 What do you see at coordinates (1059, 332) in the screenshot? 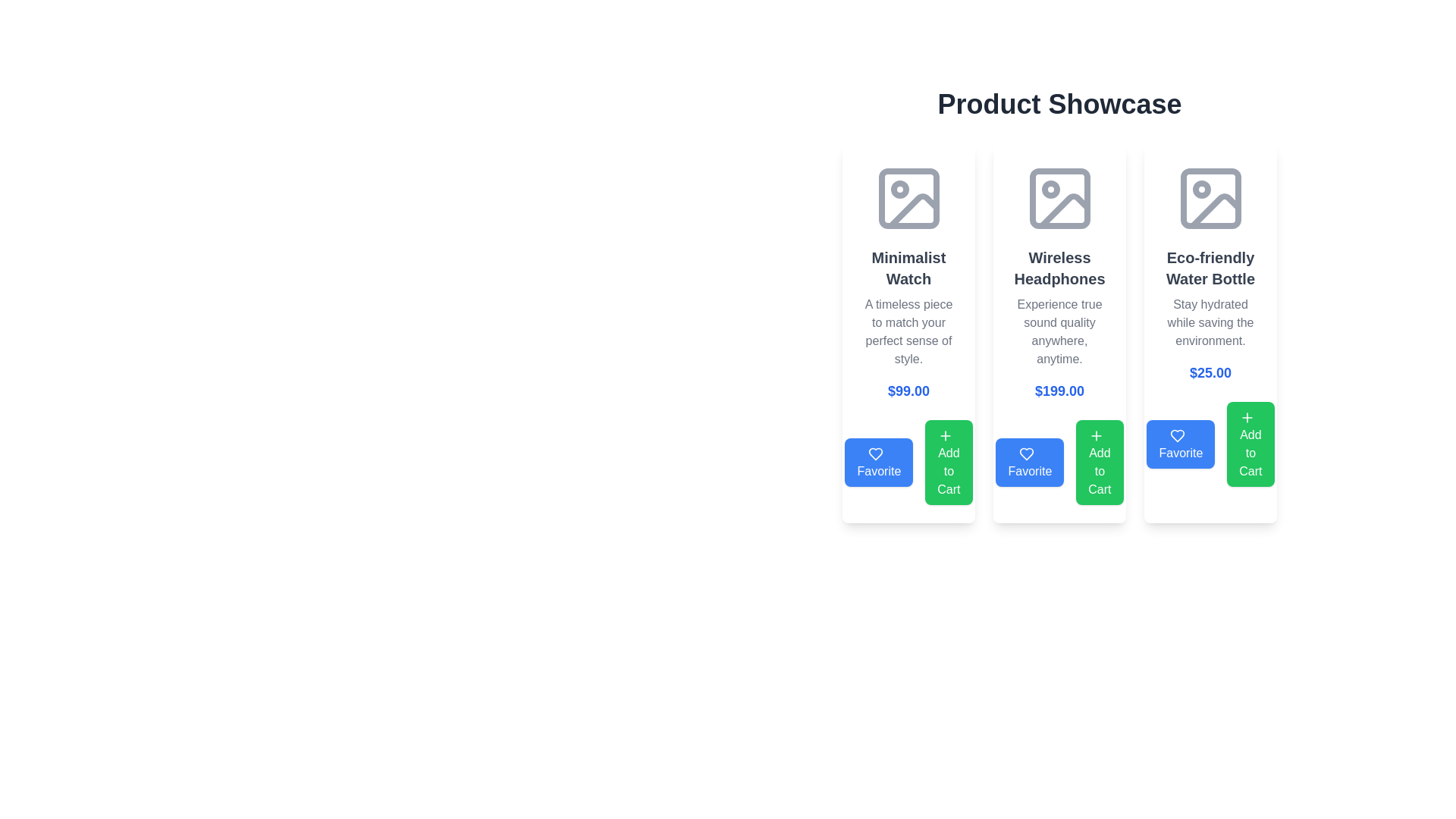
I see `the product card for 'Wireless Headphones'` at bounding box center [1059, 332].